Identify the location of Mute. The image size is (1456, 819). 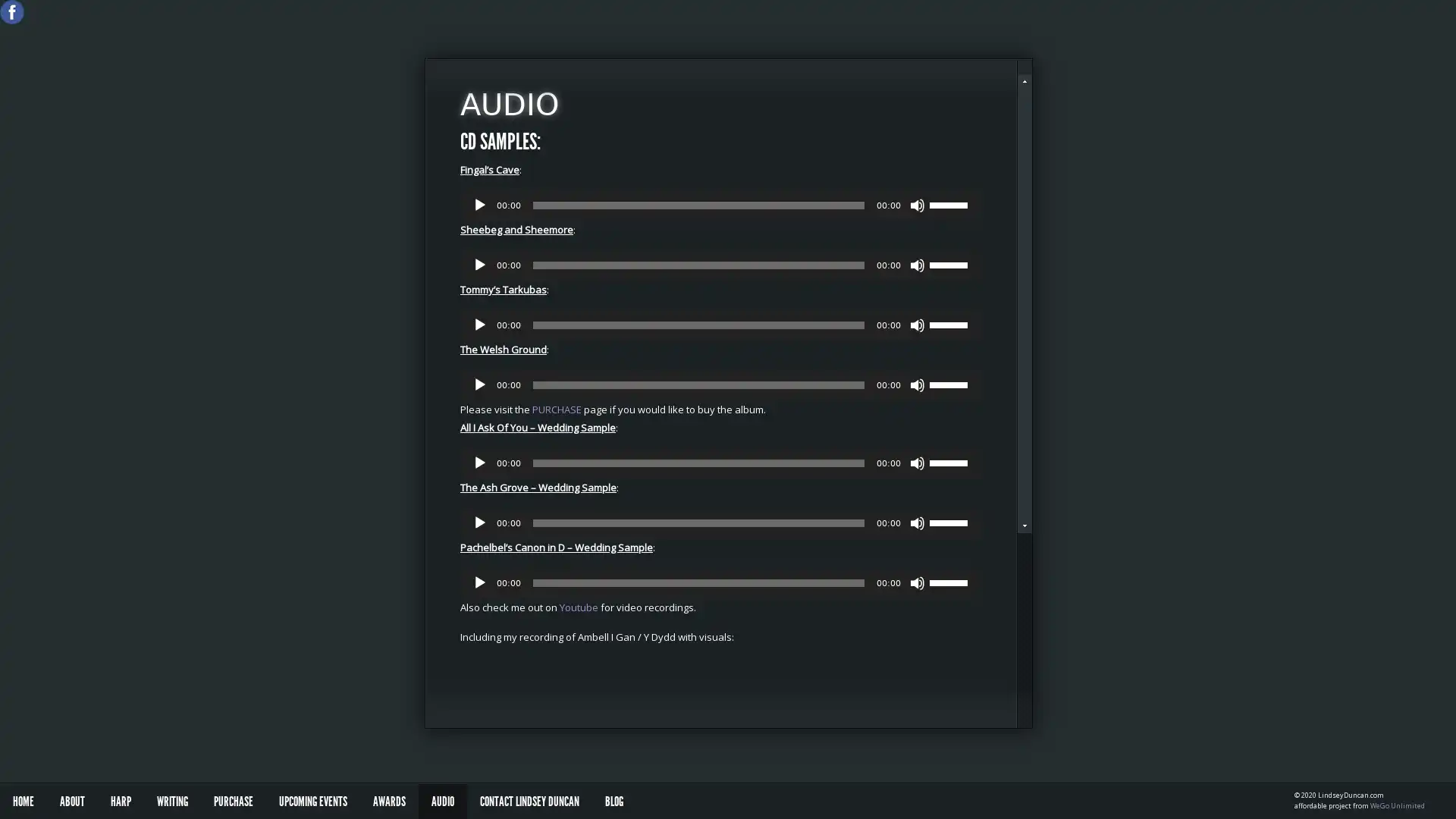
(916, 265).